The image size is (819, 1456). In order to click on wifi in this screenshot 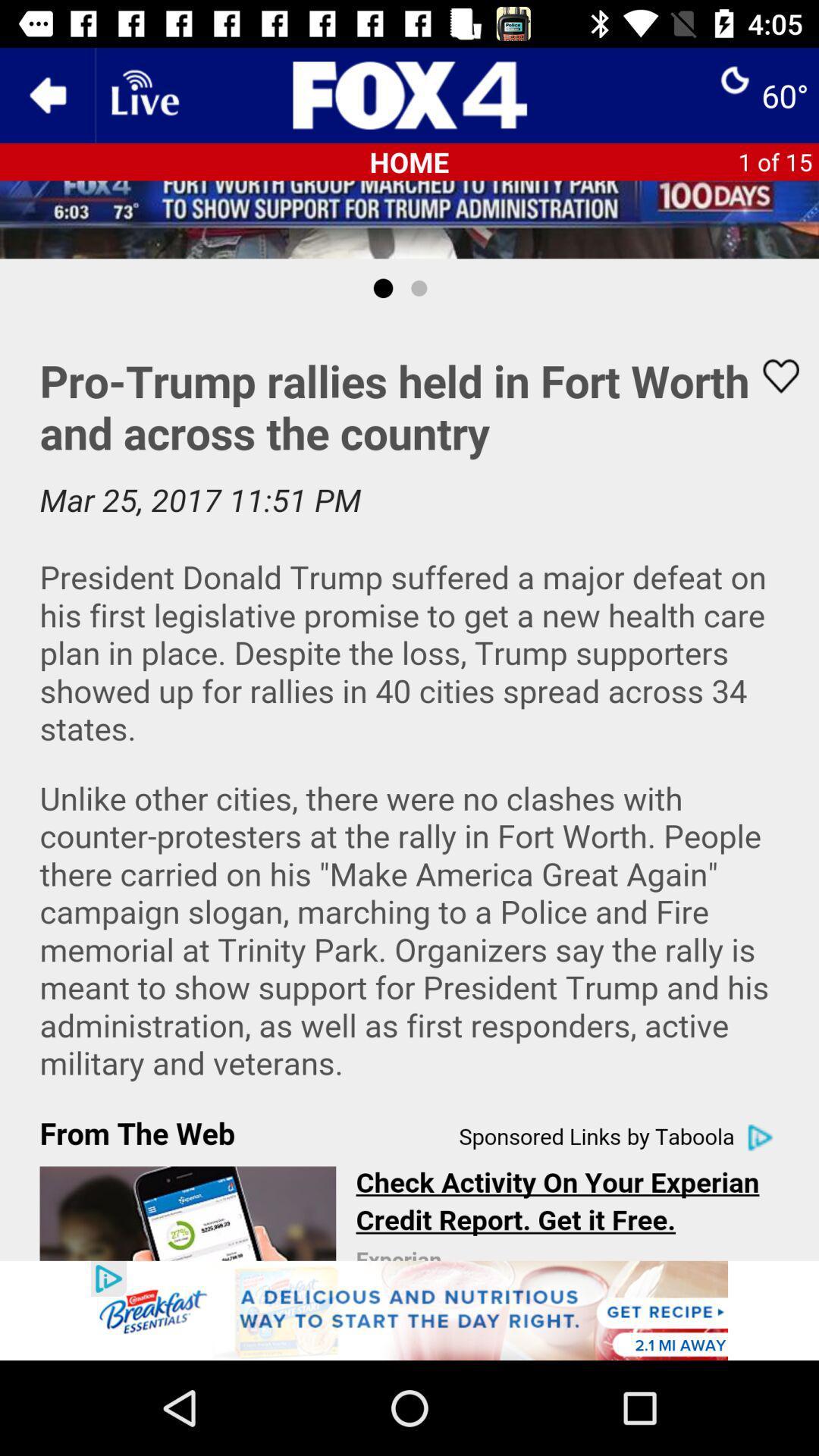, I will do `click(143, 94)`.